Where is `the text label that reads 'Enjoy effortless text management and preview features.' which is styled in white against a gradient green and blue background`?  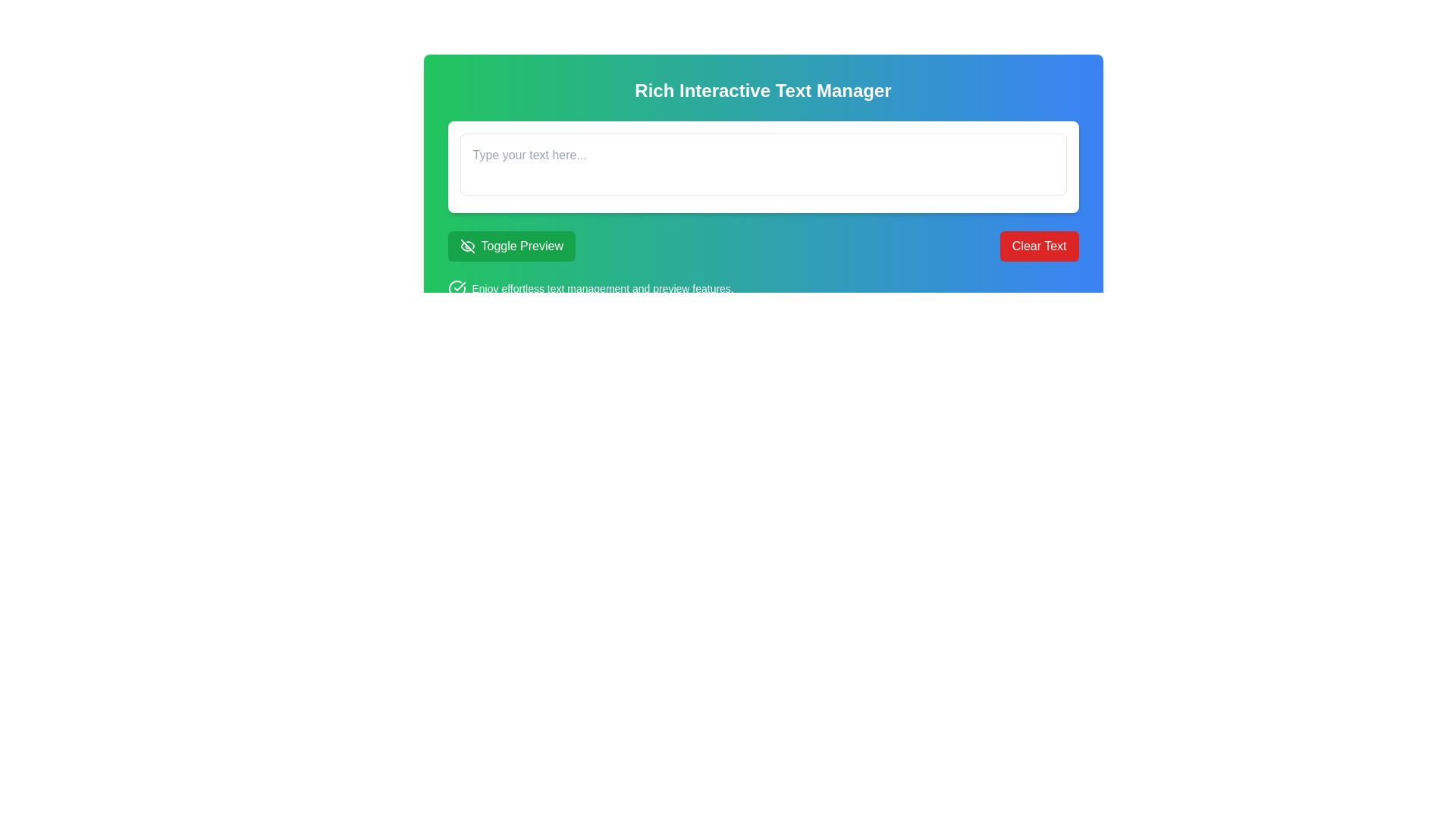
the text label that reads 'Enjoy effortless text management and preview features.' which is styled in white against a gradient green and blue background is located at coordinates (602, 289).